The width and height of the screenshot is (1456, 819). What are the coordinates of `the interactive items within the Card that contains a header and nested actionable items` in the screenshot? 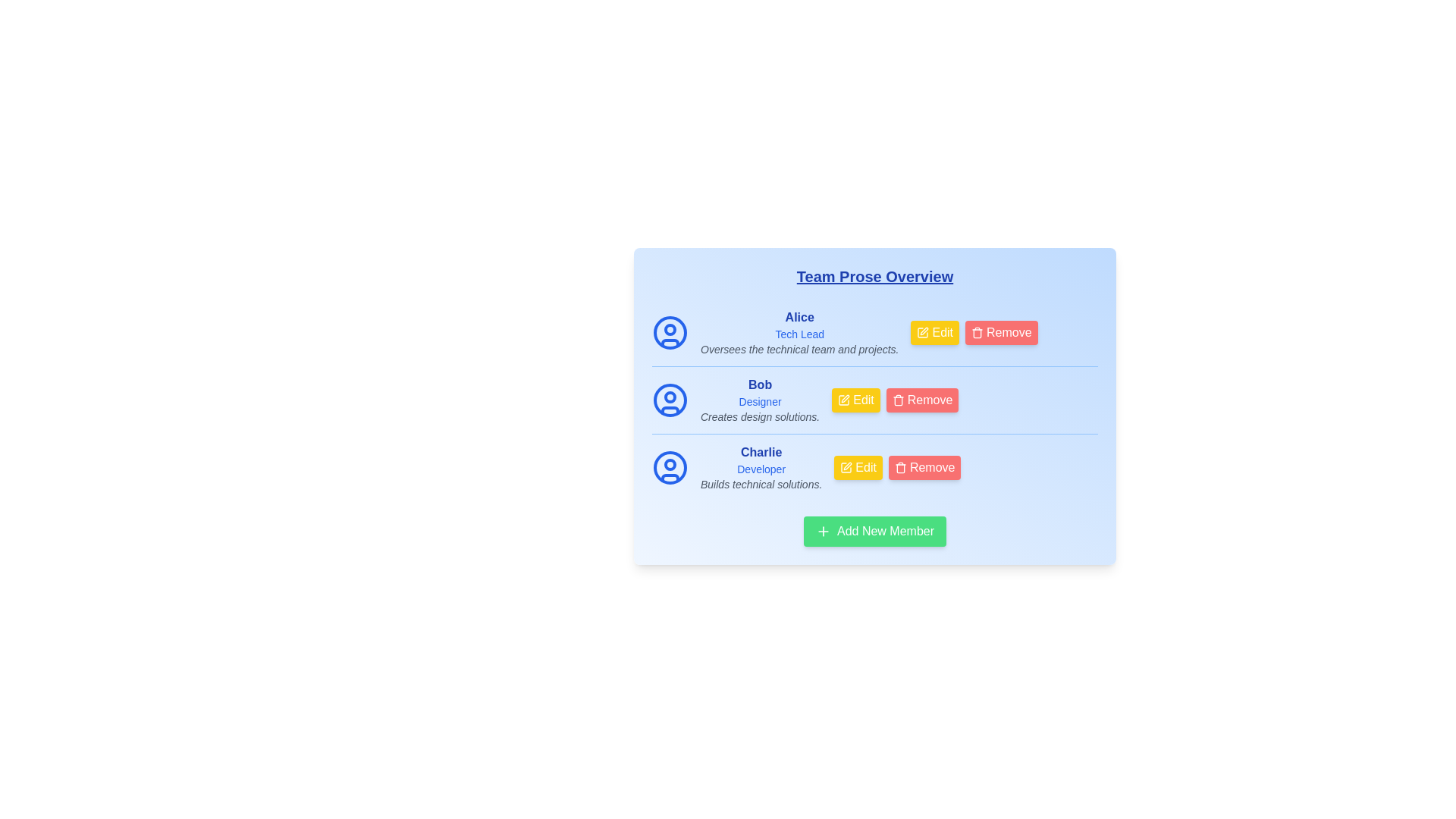 It's located at (874, 406).